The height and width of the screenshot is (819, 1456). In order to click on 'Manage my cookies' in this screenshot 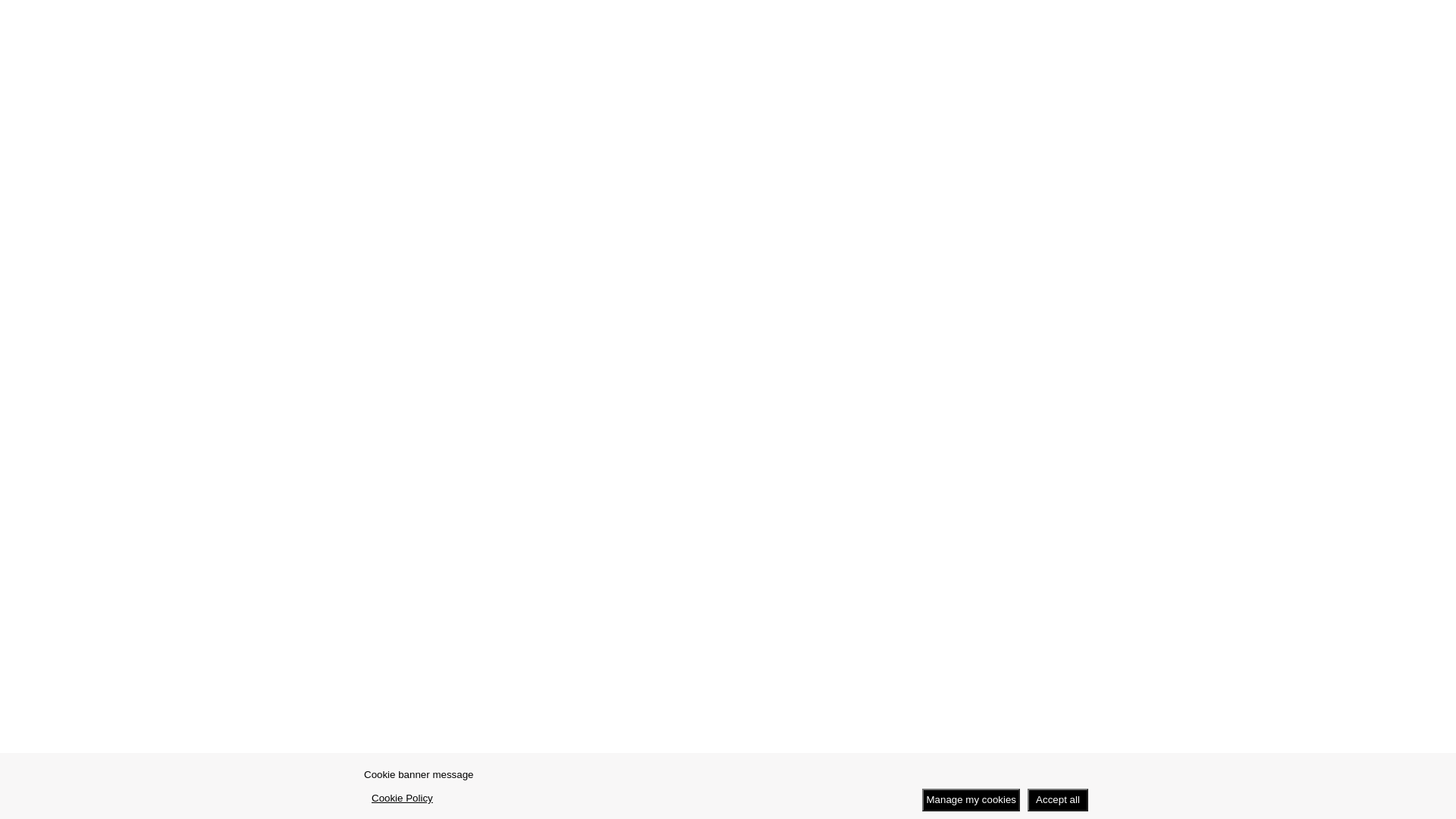, I will do `click(921, 799)`.